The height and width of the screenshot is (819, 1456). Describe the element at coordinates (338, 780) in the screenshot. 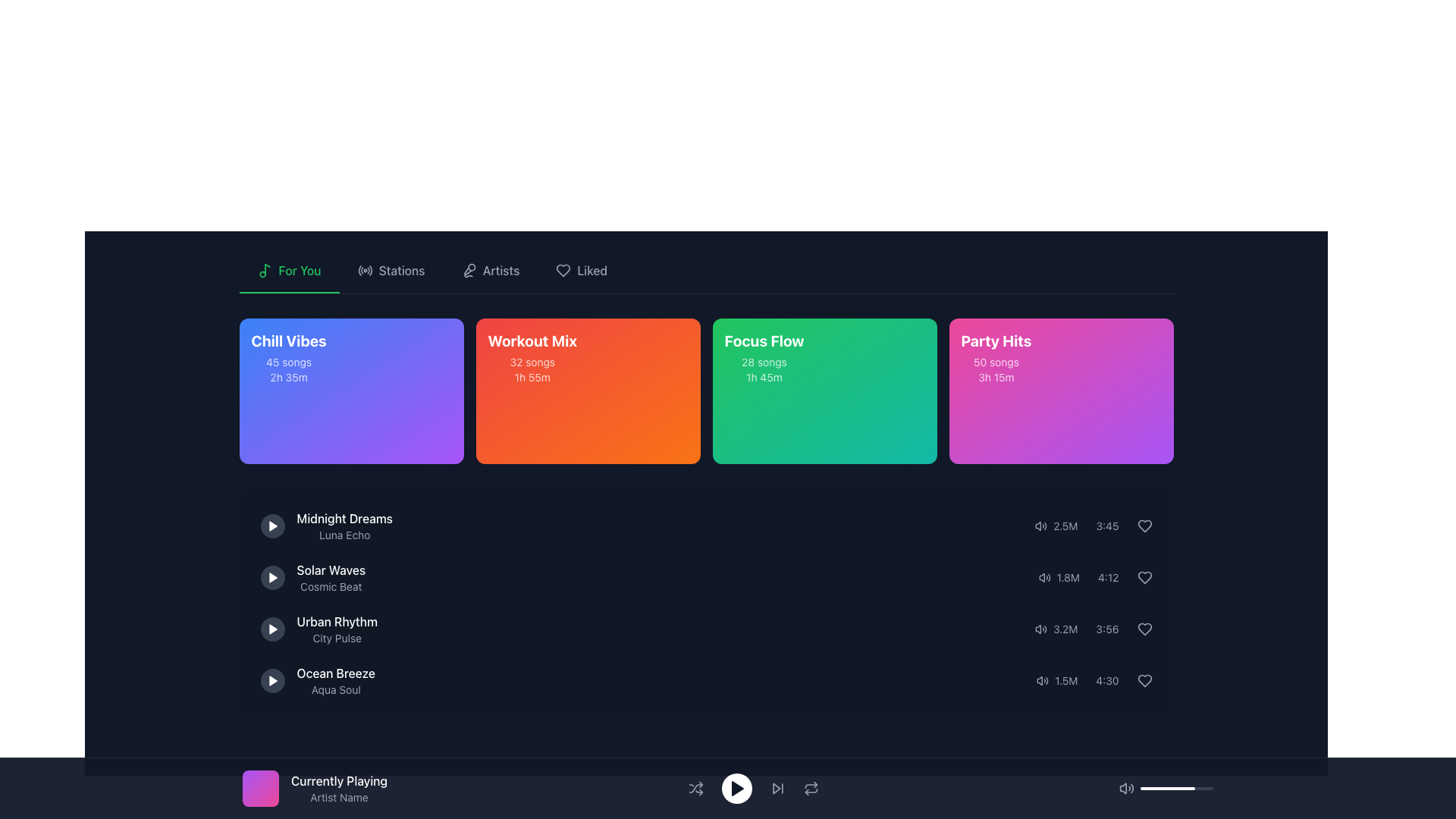

I see `the static text element that reads 'Currently Playing', which is styled in white on a dark background and located at the bottom-left of the interface, above 'Artist Name'` at that location.